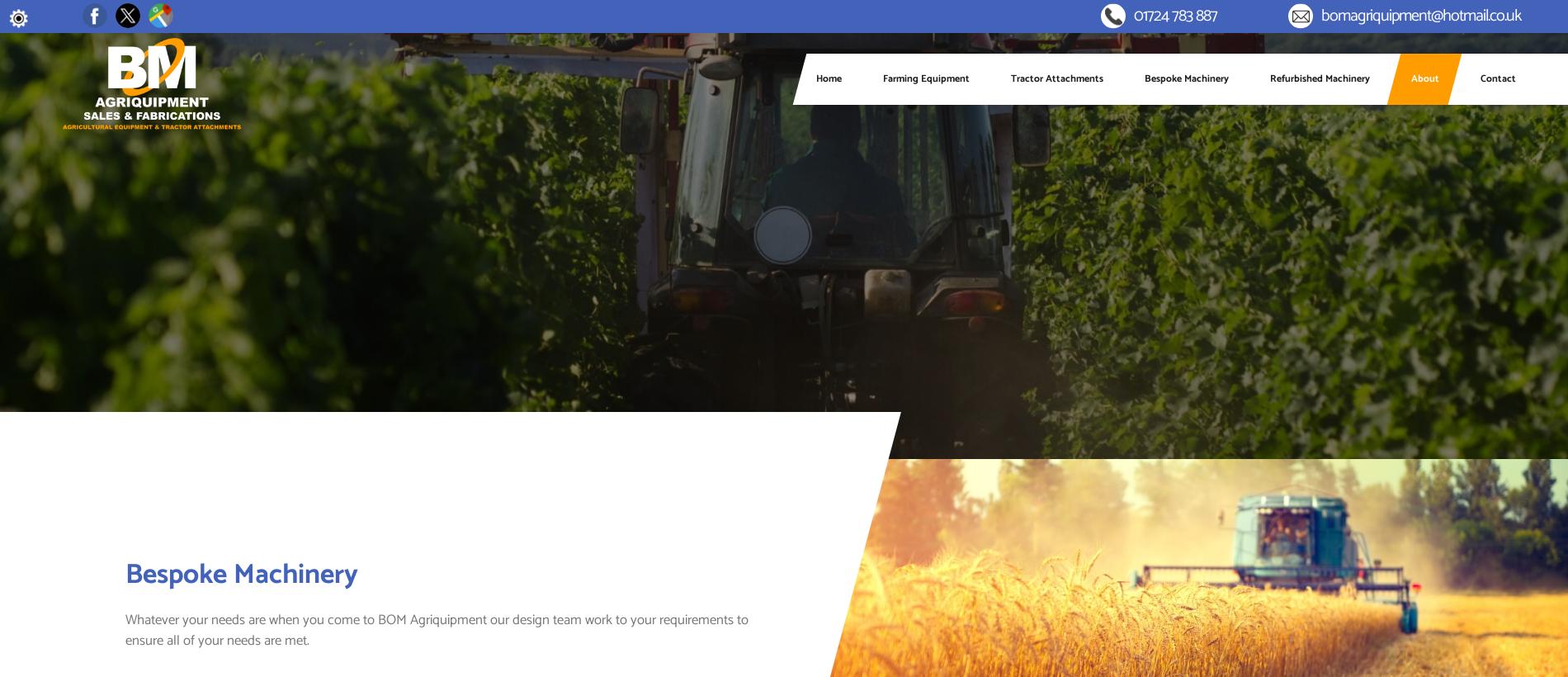 This screenshot has width=1568, height=677. I want to click on 'Email:', so click(1269, 22).